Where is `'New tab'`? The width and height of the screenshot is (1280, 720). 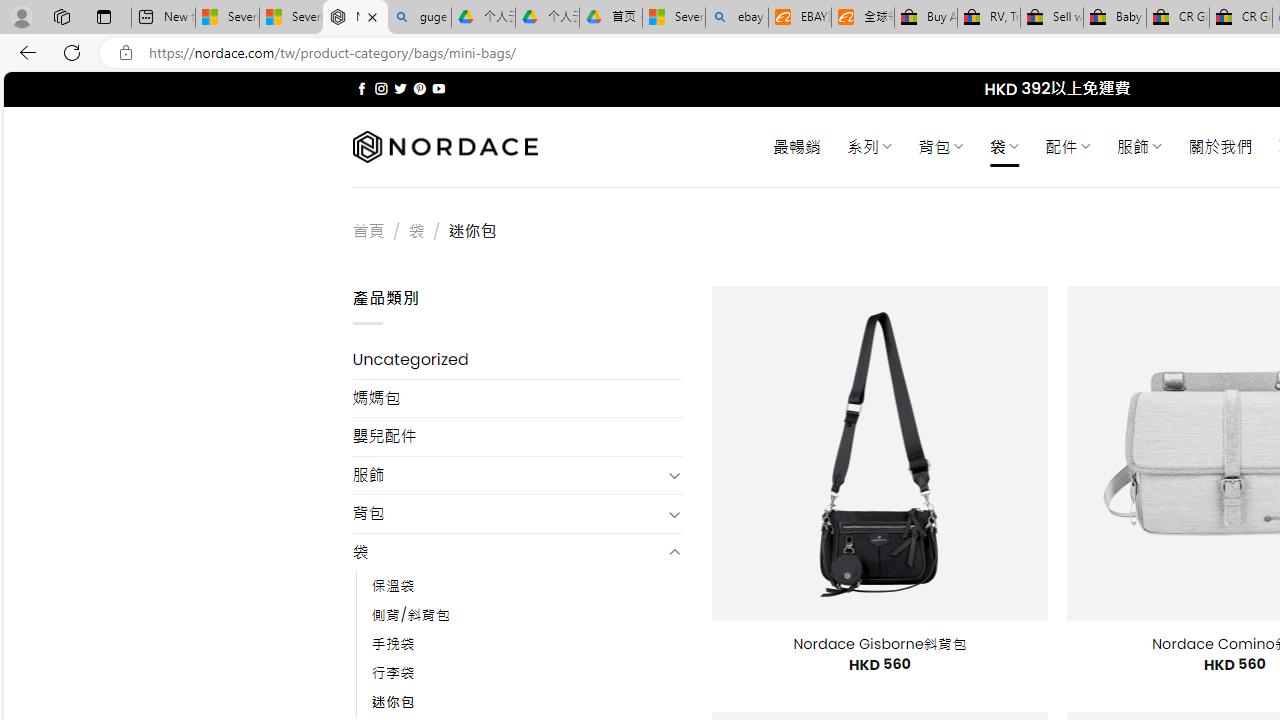 'New tab' is located at coordinates (163, 17).